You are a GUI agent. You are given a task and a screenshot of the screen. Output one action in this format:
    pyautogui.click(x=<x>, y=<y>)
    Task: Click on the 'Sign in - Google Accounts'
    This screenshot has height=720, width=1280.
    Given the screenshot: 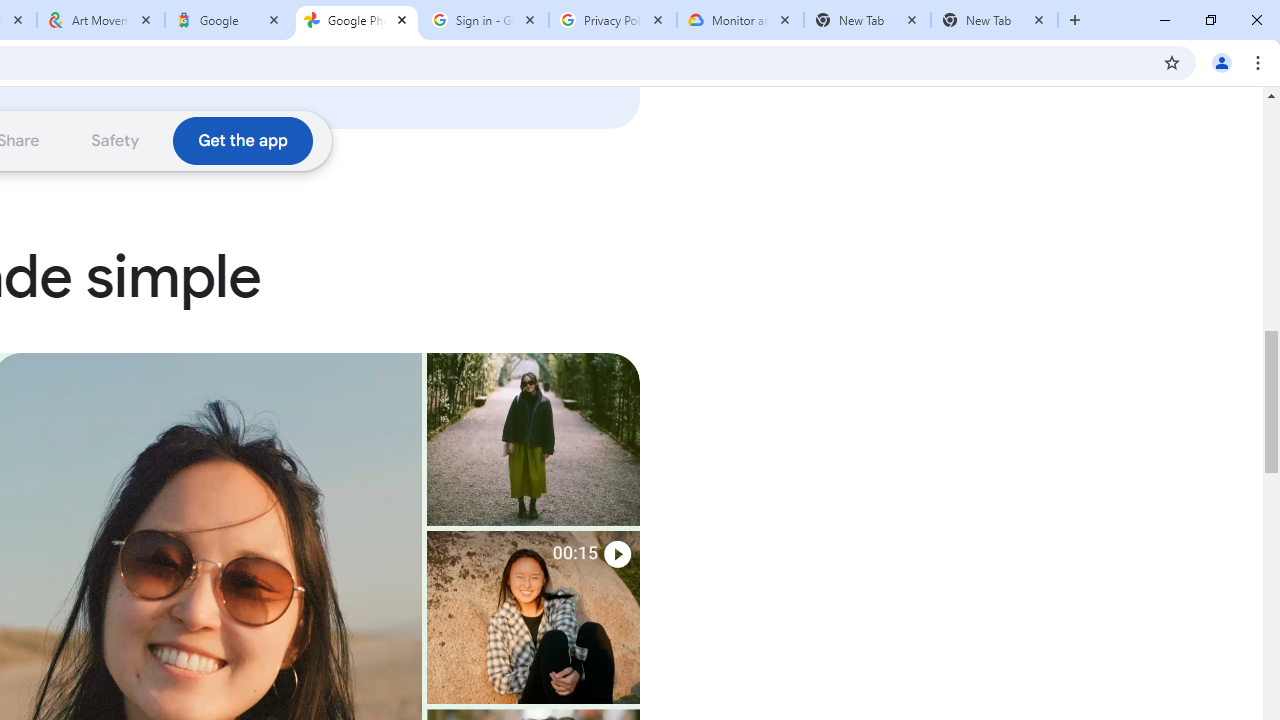 What is the action you would take?
    pyautogui.click(x=485, y=20)
    